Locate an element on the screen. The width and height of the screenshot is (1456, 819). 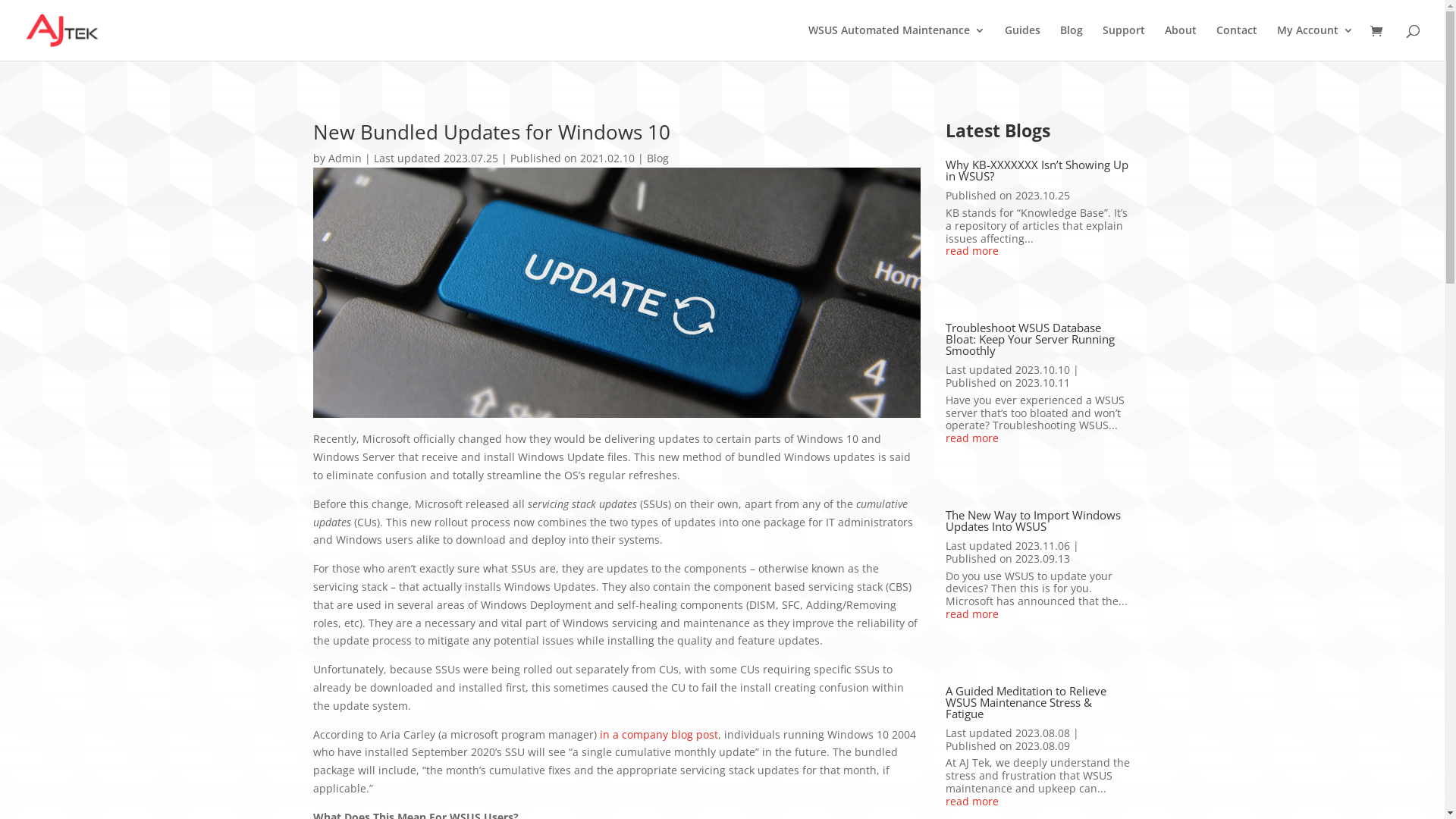
'Support' is located at coordinates (1124, 42).